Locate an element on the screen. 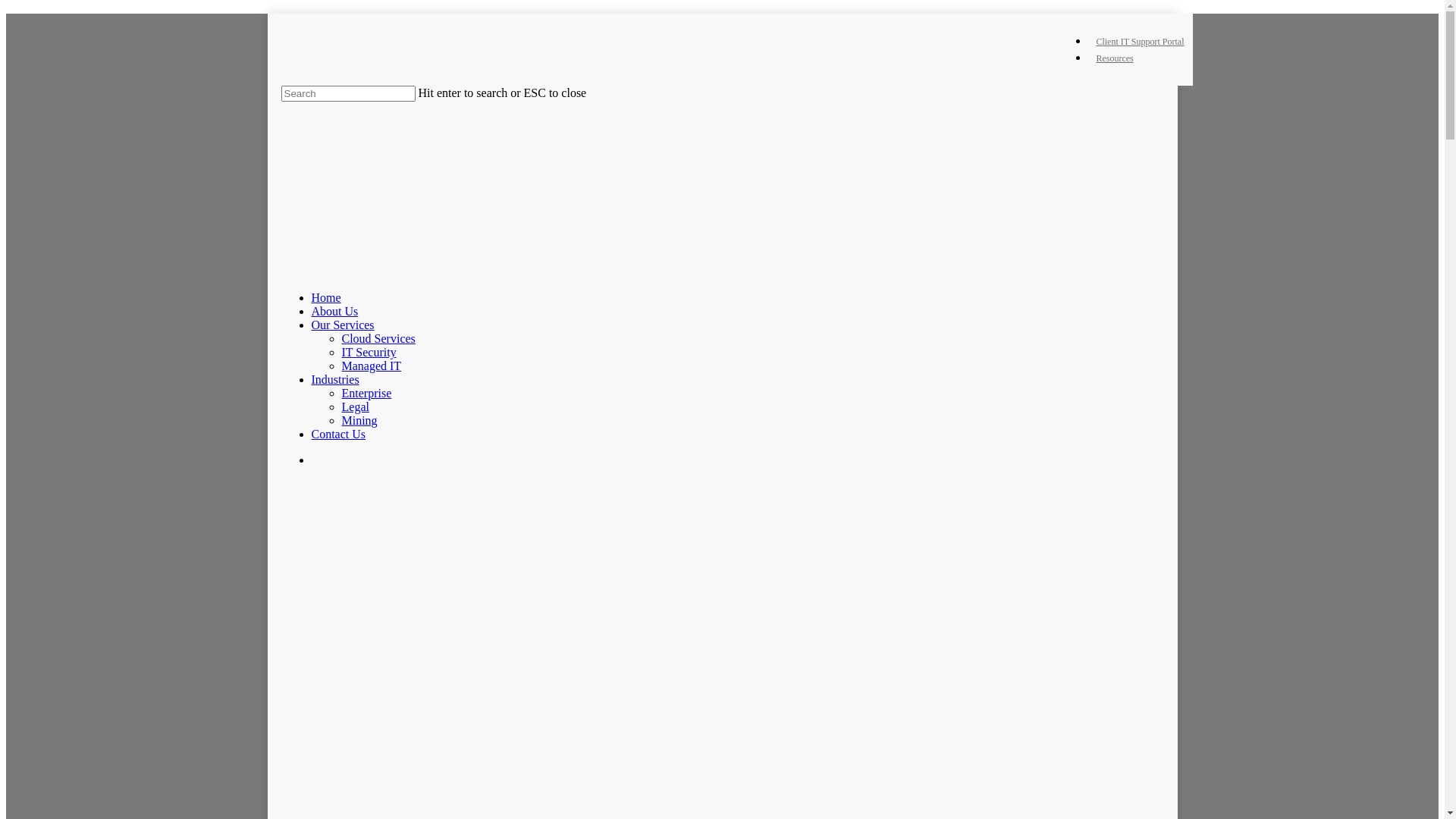  'Enterprise' is located at coordinates (340, 392).